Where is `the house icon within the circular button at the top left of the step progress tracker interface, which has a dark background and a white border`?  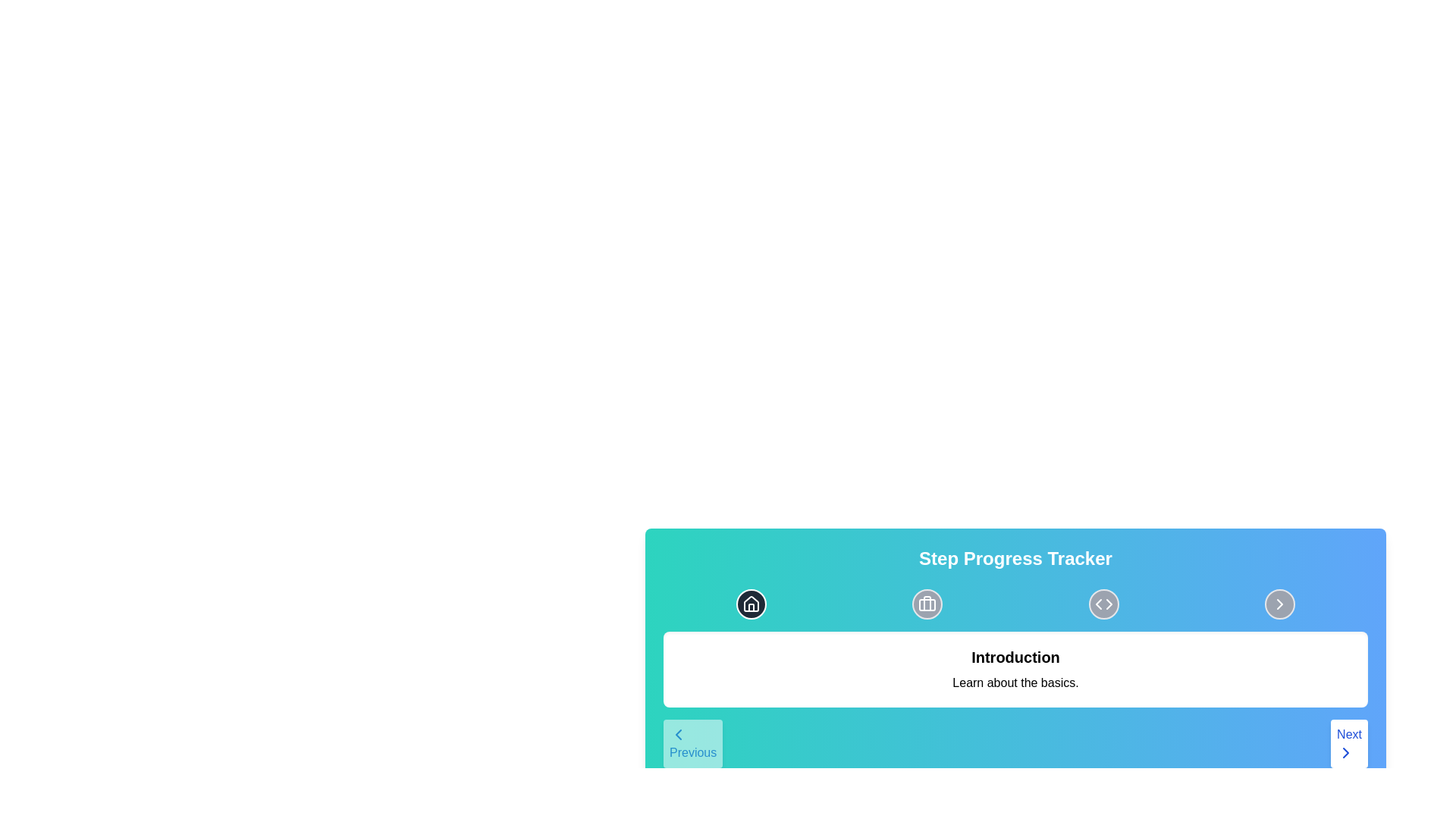
the house icon within the circular button at the top left of the step progress tracker interface, which has a dark background and a white border is located at coordinates (752, 604).